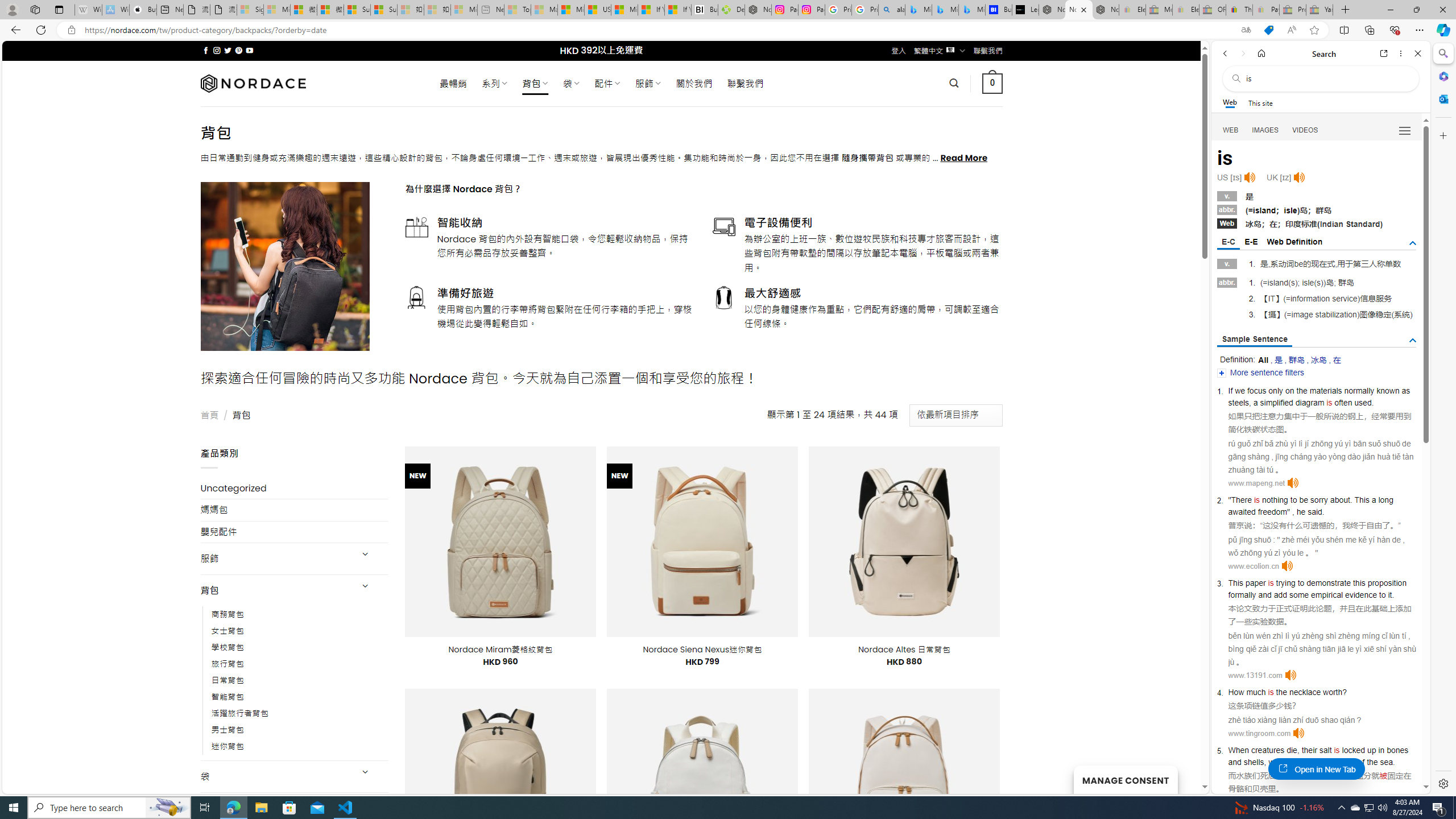 Image resolution: width=1456 pixels, height=819 pixels. I want to click on 'of', so click(1360, 761).